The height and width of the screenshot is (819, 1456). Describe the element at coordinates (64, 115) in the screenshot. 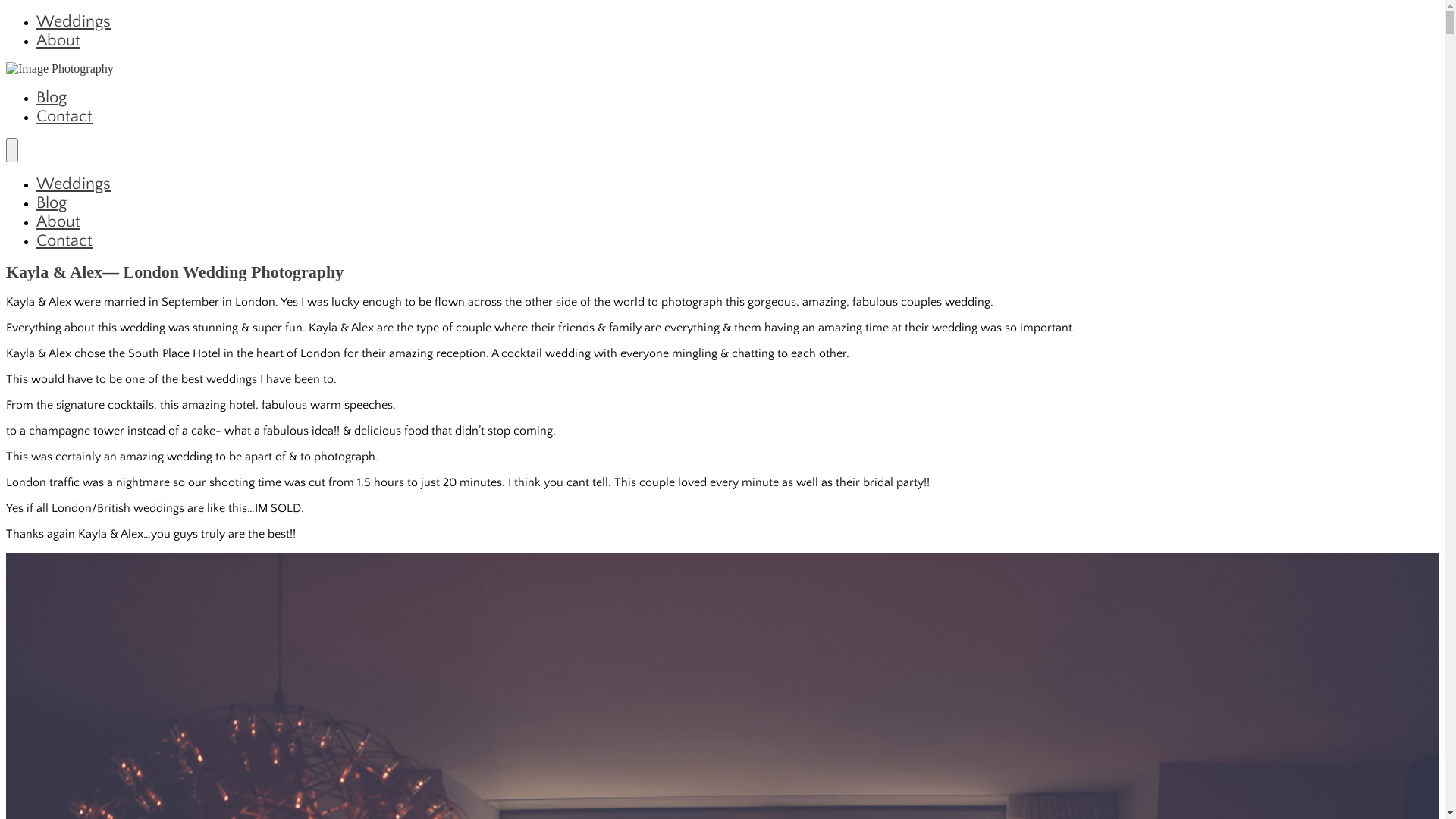

I see `'Contact'` at that location.